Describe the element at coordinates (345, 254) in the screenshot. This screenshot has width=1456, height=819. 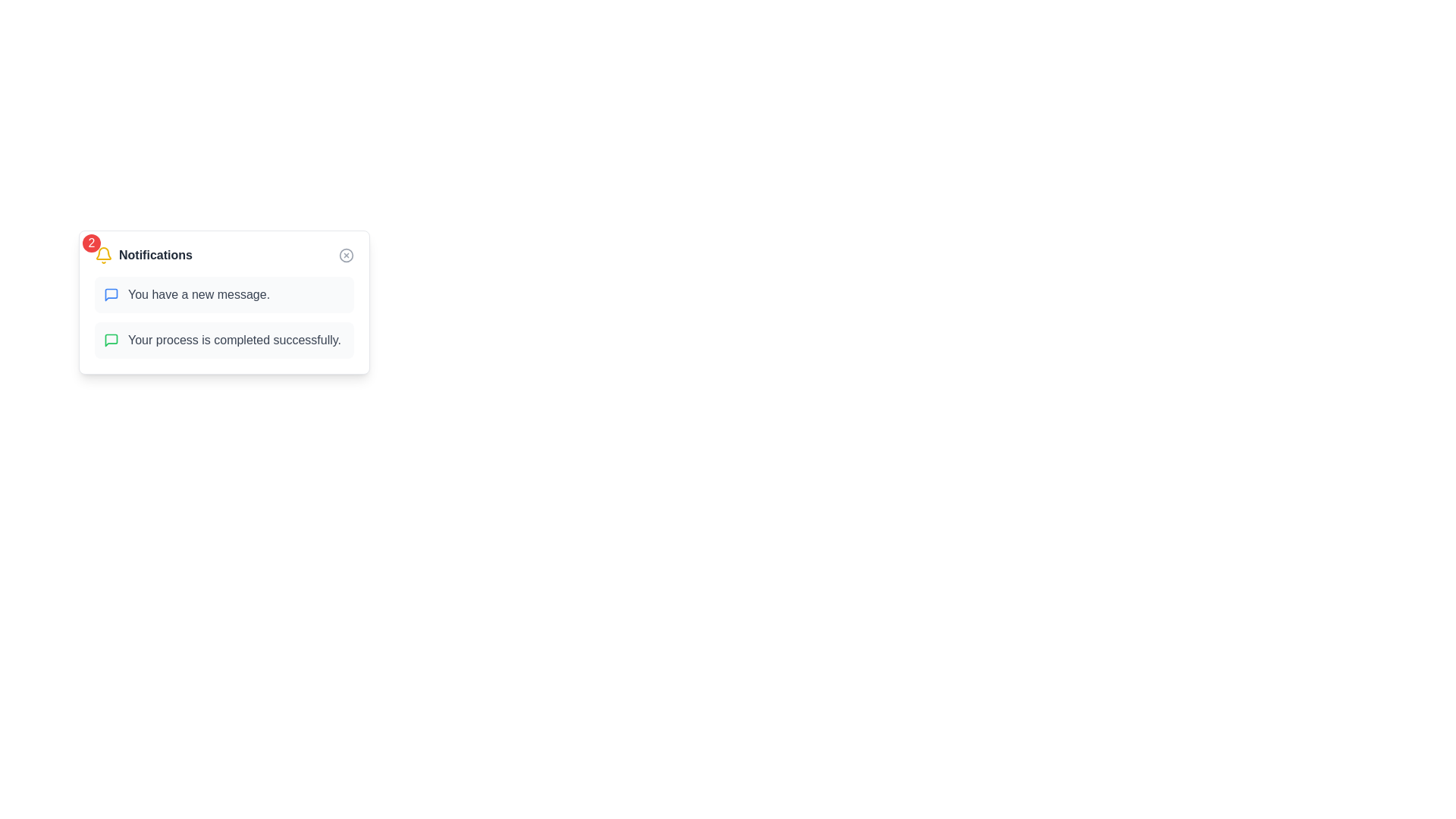
I see `the circular gray button with an 'X' symbol located in the top-right corner of the notification panel` at that location.